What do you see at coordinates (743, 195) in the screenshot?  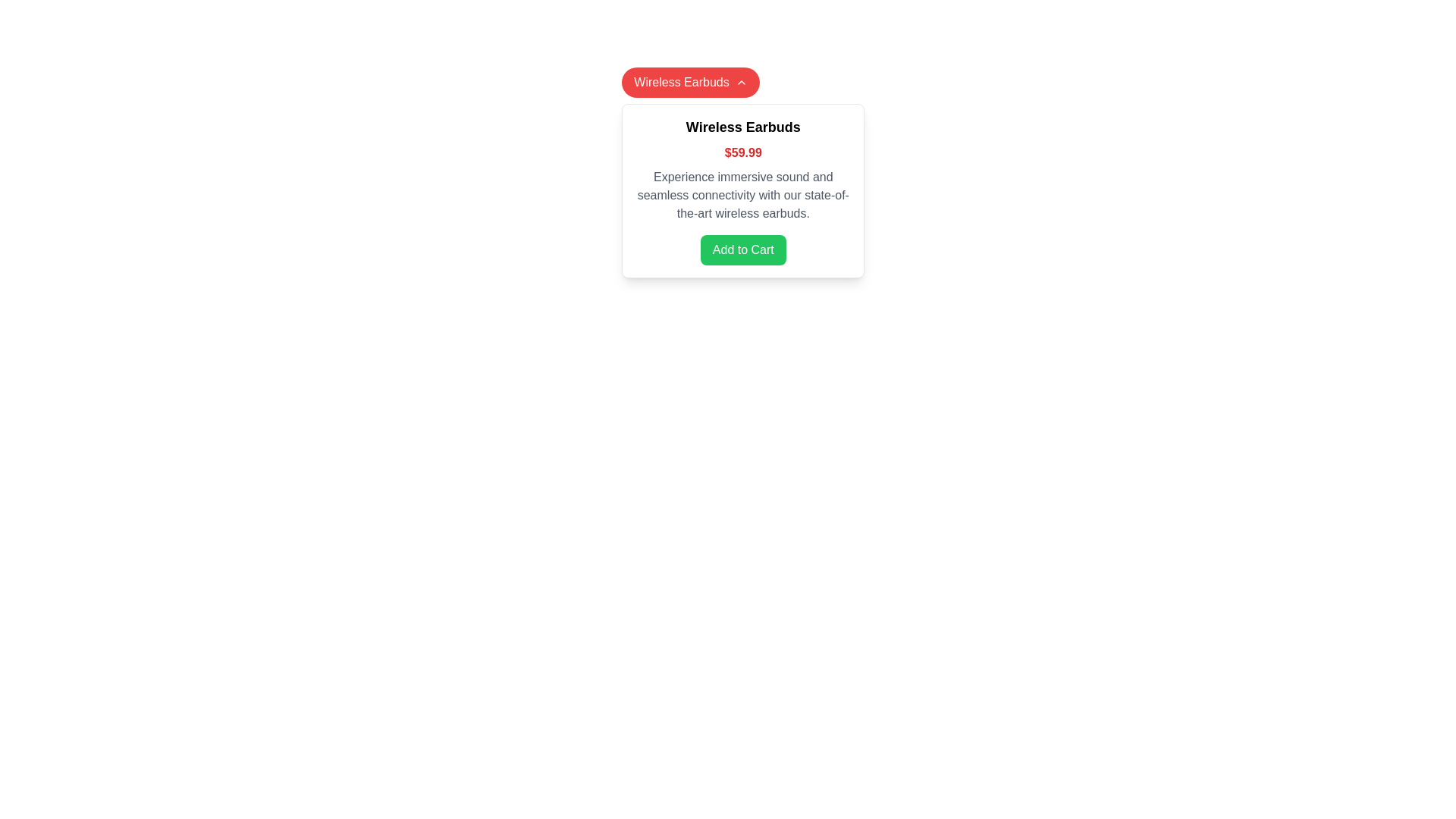 I see `the informational text about the product features located in the white card box beneath the title 'Wireless Earbuds' and above the 'Add to Cart' button` at bounding box center [743, 195].